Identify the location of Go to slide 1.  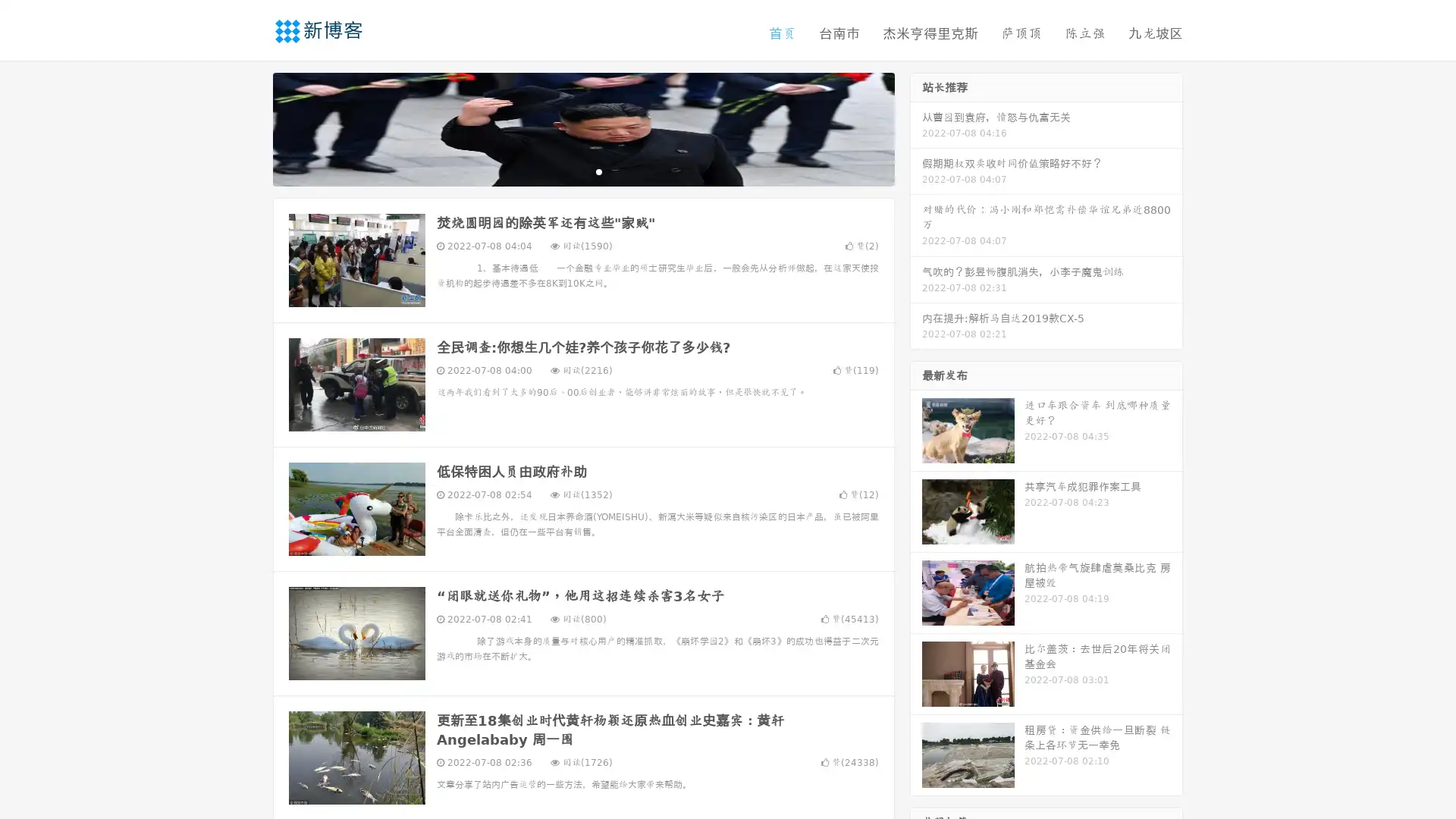
(567, 171).